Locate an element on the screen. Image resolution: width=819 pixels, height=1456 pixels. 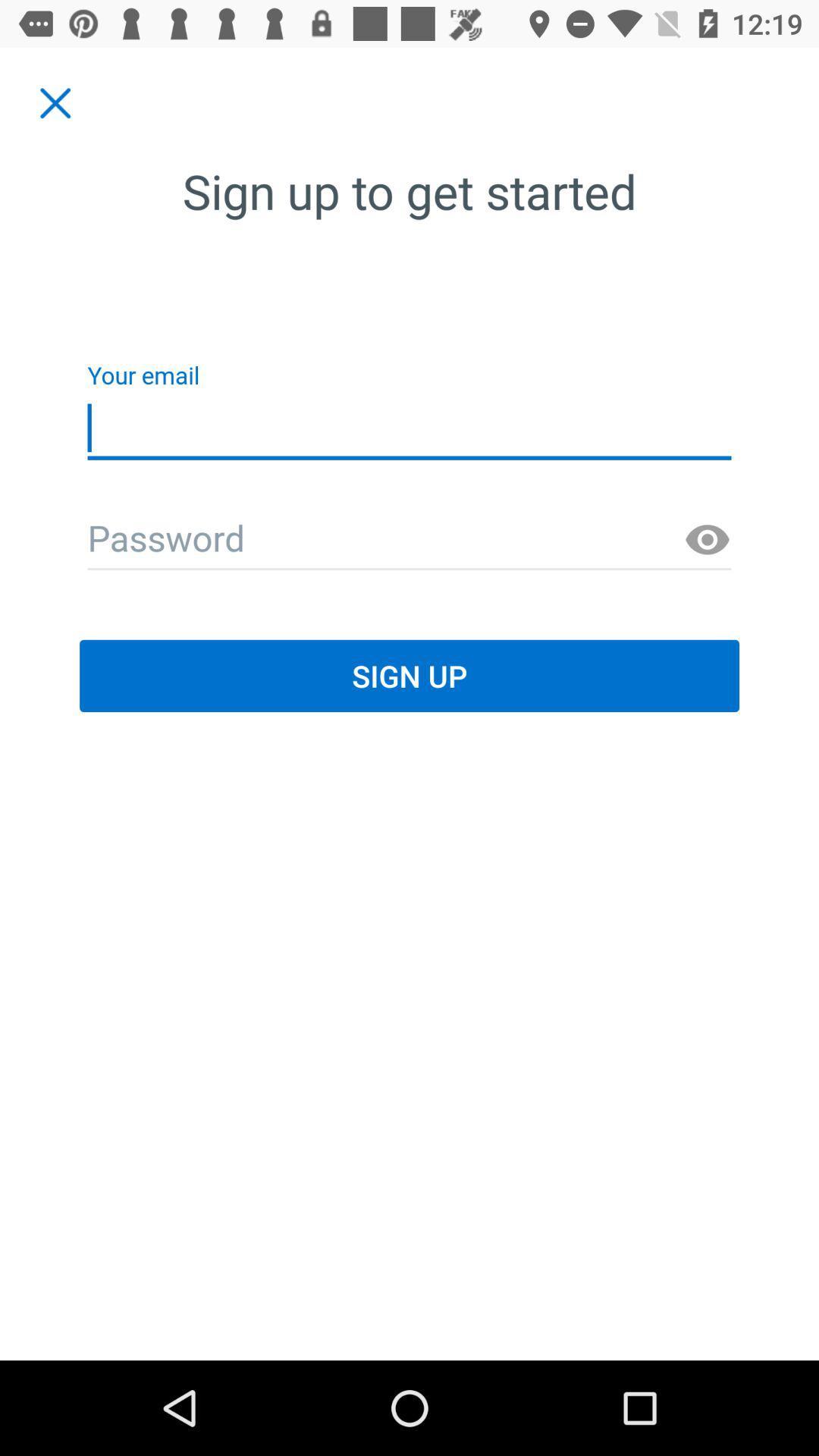
the visibility icon is located at coordinates (708, 540).